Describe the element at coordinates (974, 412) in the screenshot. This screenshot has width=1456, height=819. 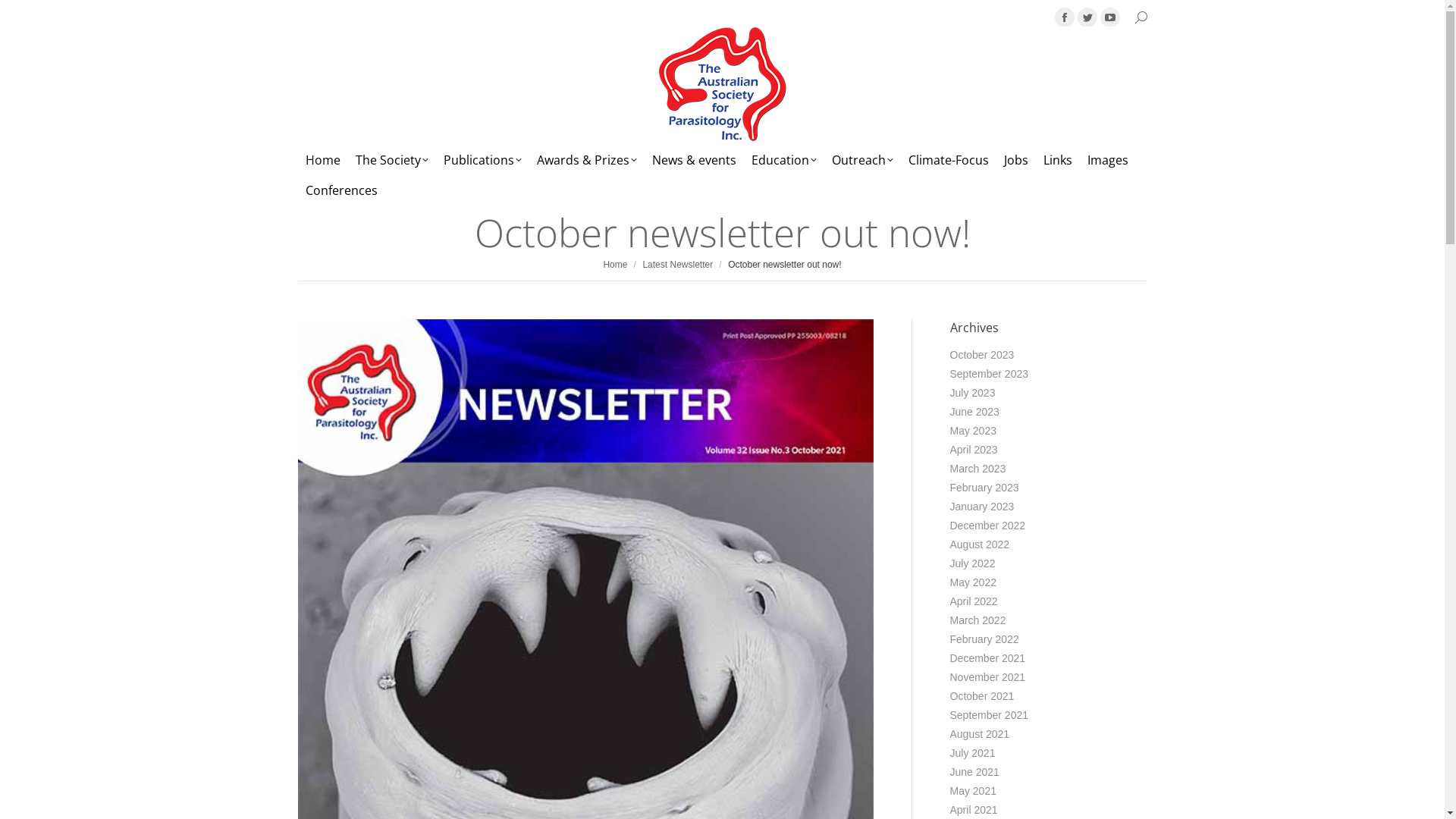
I see `'June 2023'` at that location.